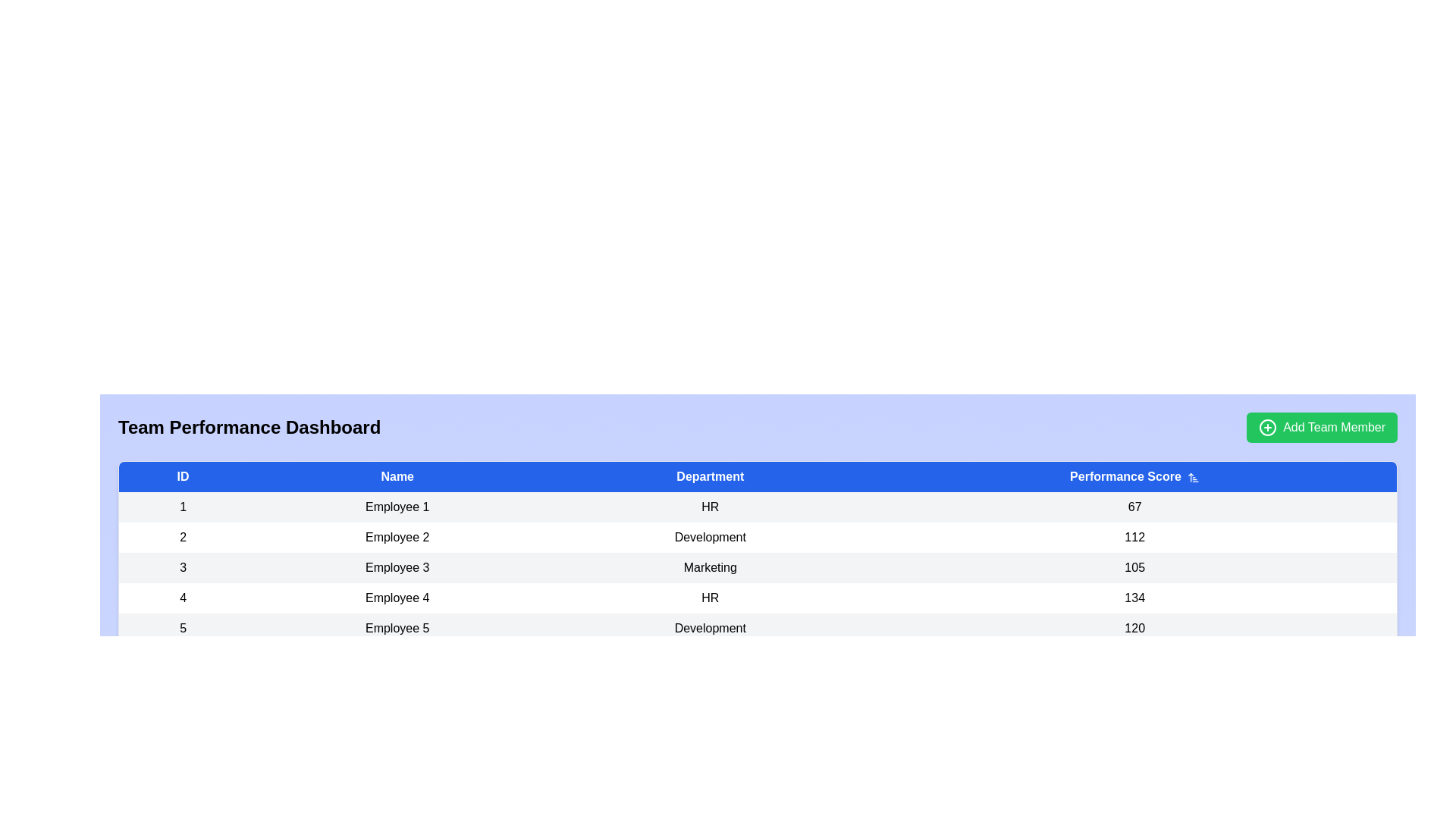 Image resolution: width=1456 pixels, height=819 pixels. I want to click on the 'Performance Score' column header to sort the table by performance scores, so click(1134, 475).